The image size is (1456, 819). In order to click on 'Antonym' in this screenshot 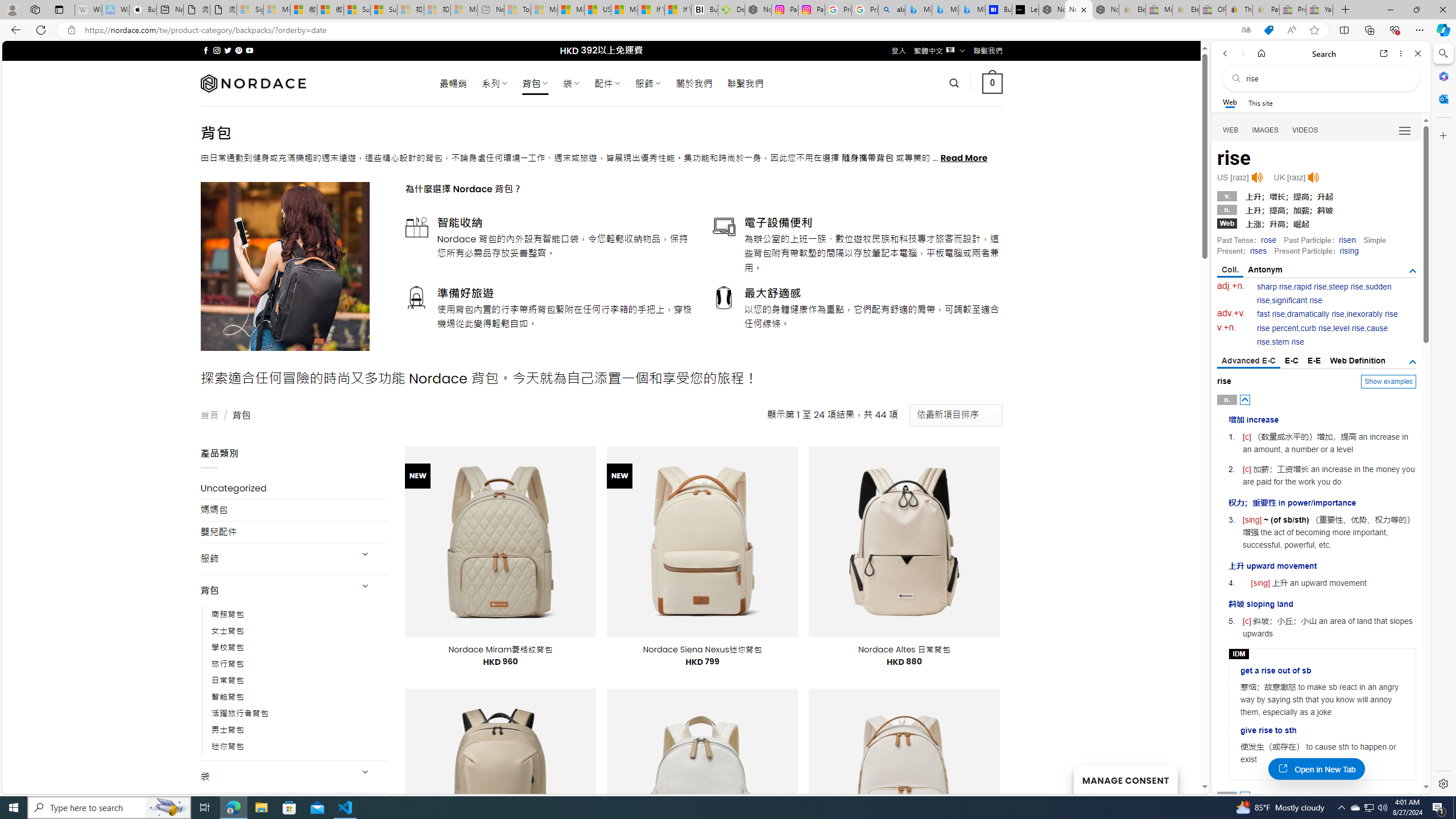, I will do `click(1264, 270)`.